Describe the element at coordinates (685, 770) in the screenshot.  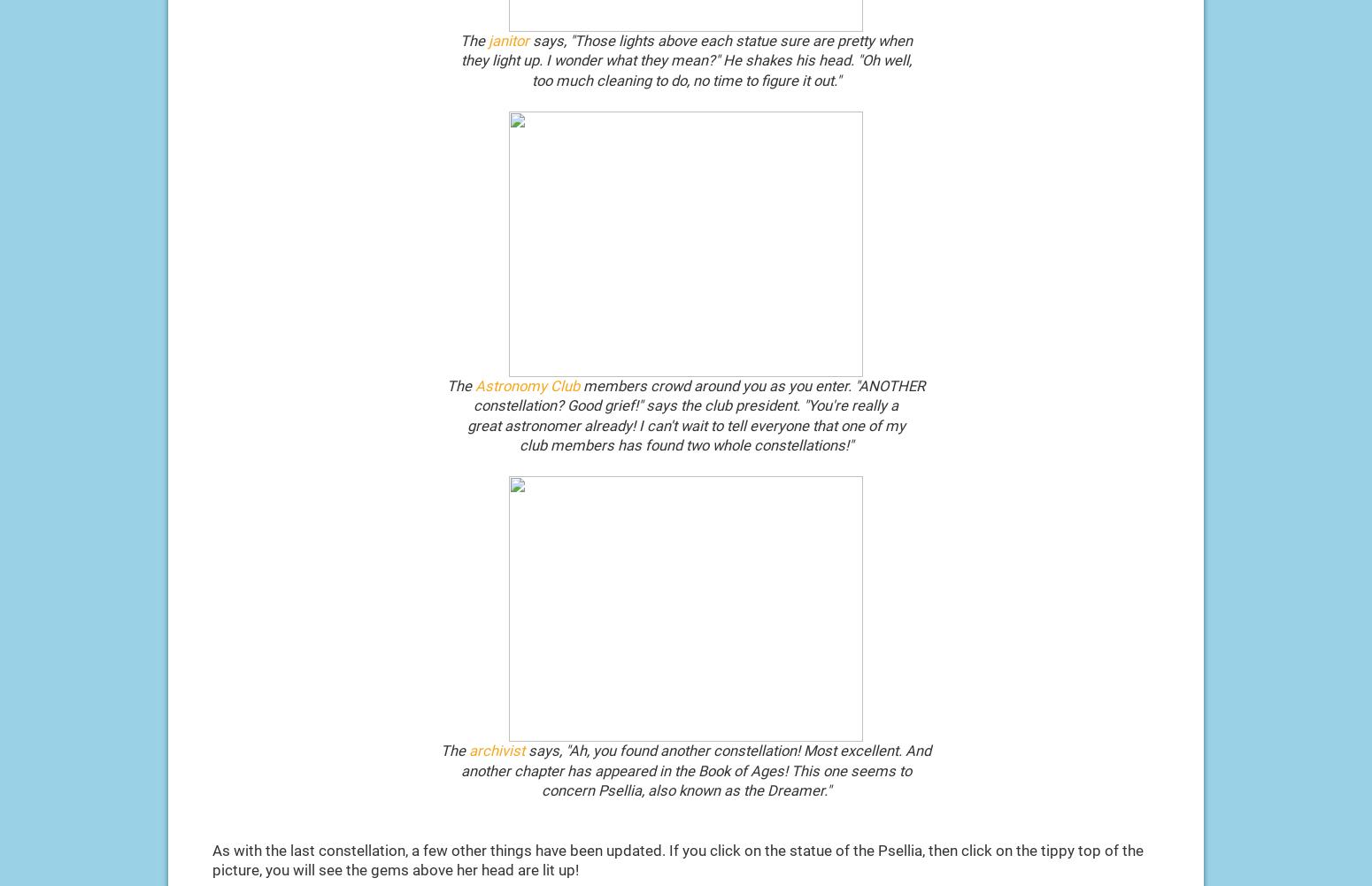
I see `'another chapter has appeared in the Book of Ages! This one seems to'` at that location.